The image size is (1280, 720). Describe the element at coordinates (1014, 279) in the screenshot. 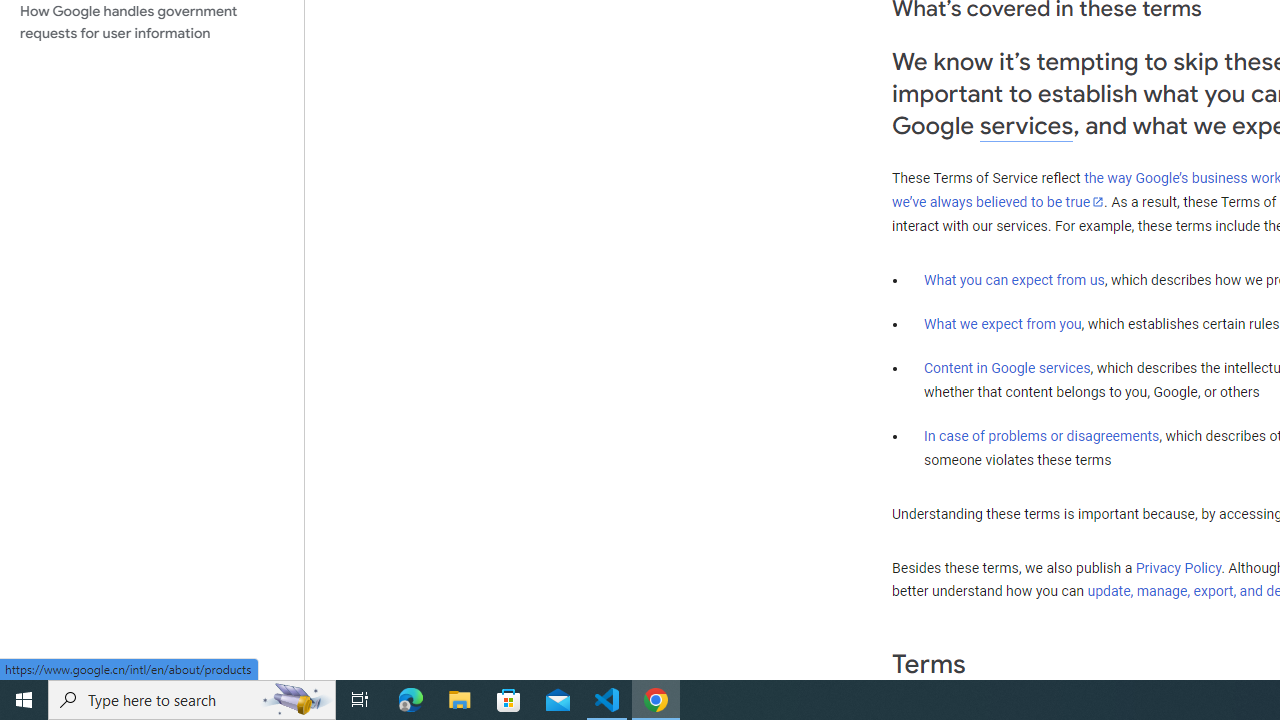

I see `'What you can expect from us'` at that location.